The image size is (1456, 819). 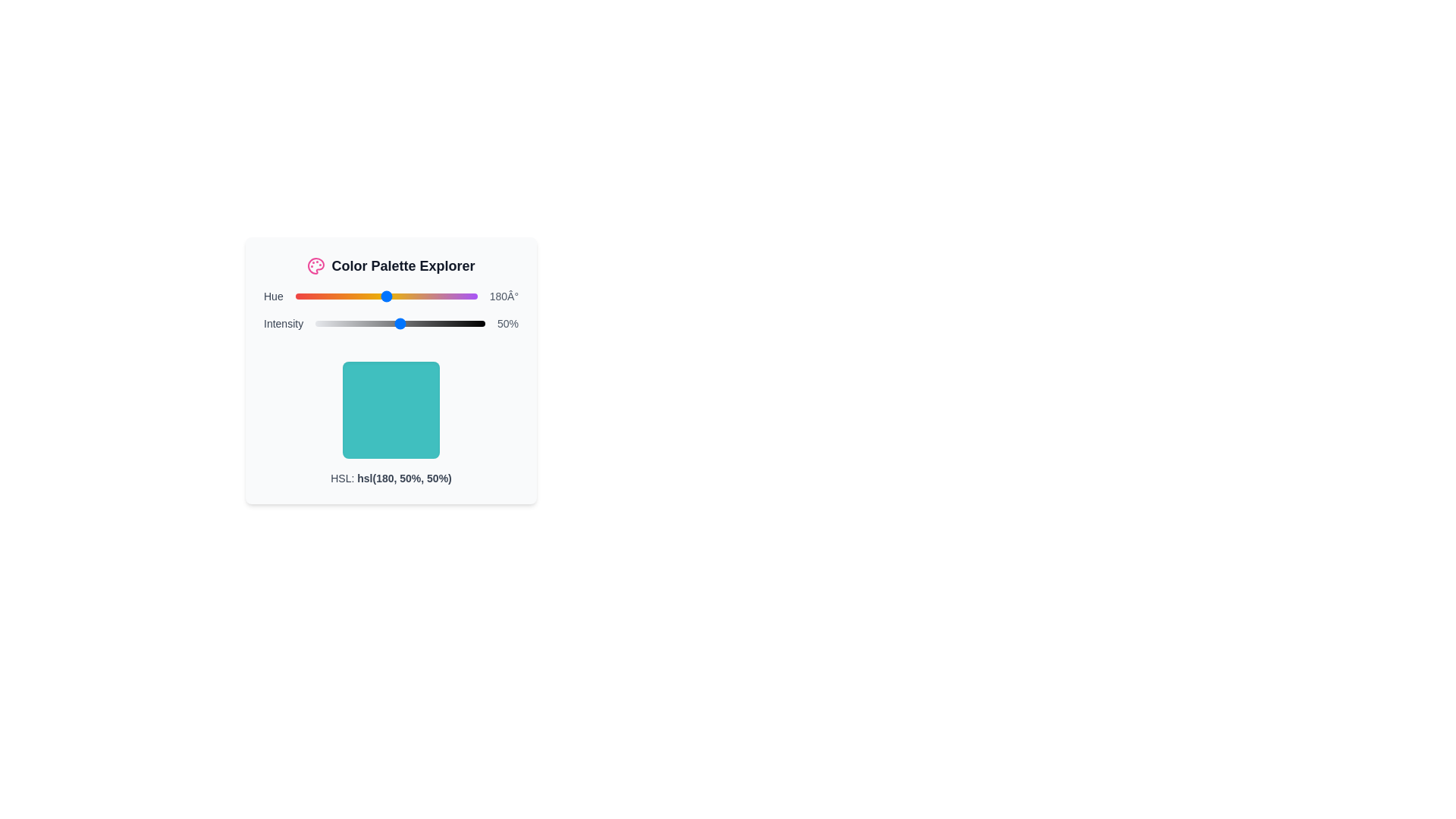 What do you see at coordinates (460, 296) in the screenshot?
I see `the hue slider to set its value to 328` at bounding box center [460, 296].